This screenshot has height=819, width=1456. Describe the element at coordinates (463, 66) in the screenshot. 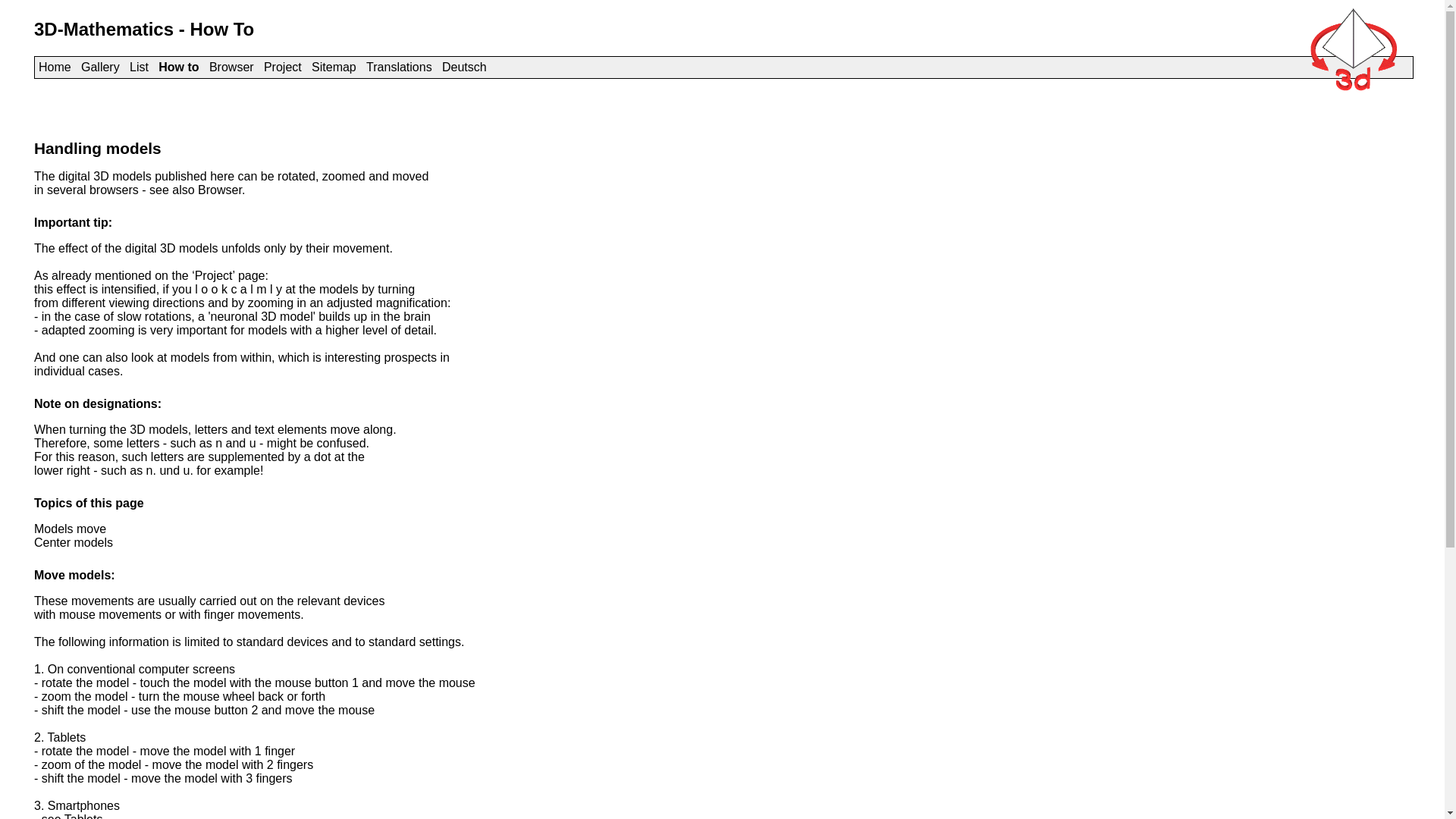

I see `'Deutsch'` at that location.